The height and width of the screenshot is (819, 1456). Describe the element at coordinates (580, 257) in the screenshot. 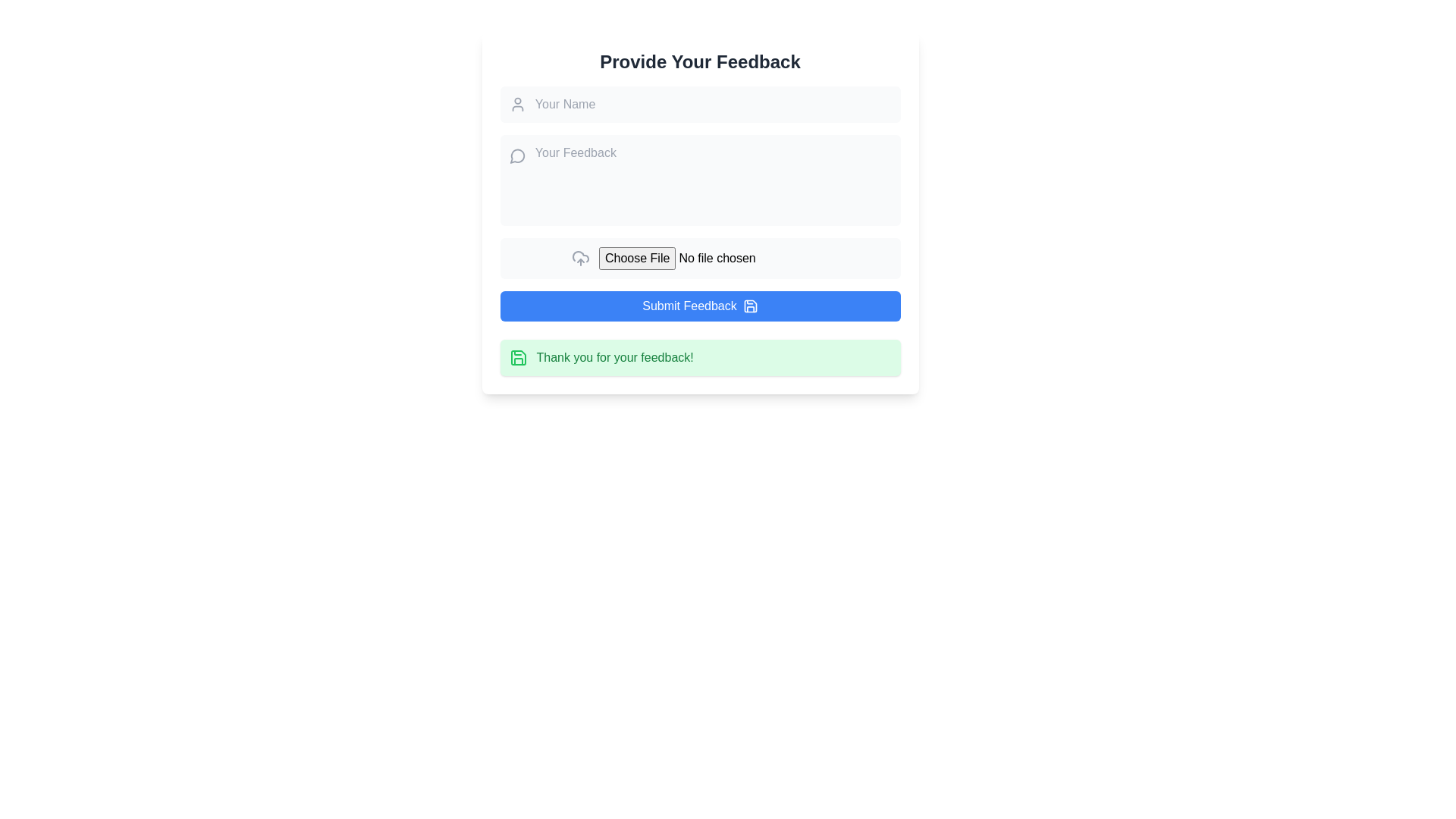

I see `the small gray cloud icon with an upward arrow, which indicates an upload action and is positioned next to the file upload button` at that location.